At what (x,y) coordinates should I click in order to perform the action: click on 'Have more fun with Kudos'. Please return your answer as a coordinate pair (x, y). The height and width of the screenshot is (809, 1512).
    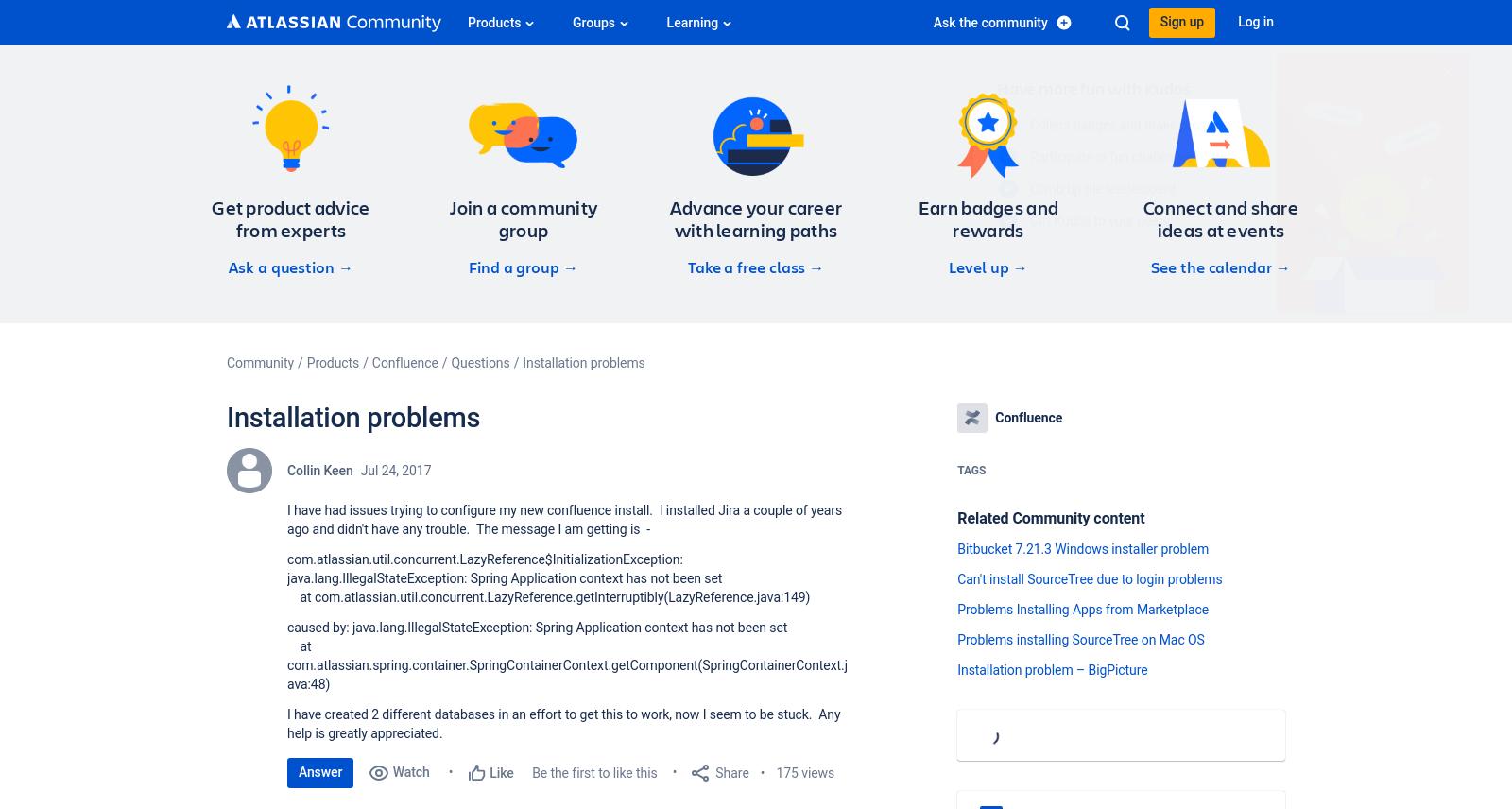
    Looking at the image, I should click on (910, 87).